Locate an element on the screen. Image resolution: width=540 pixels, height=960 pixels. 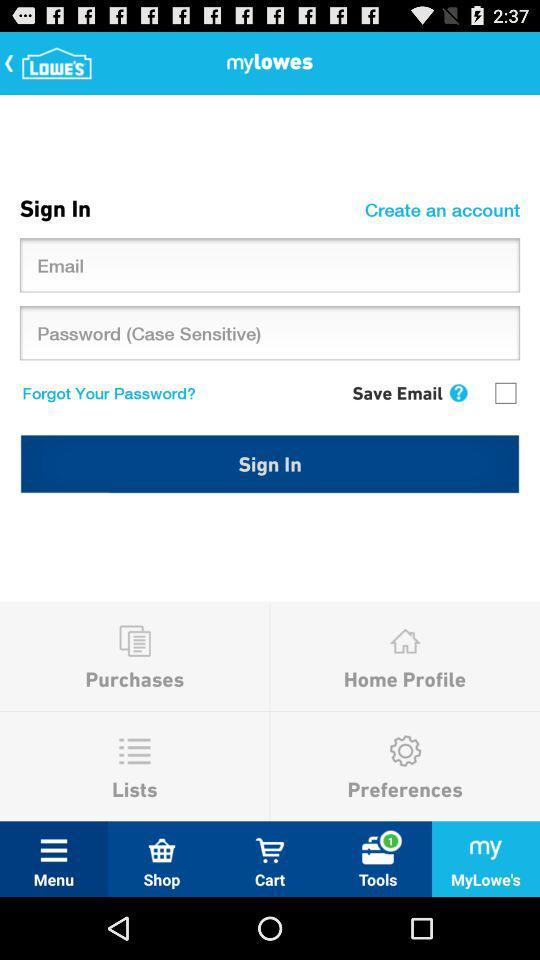
icon above sign in is located at coordinates (458, 392).